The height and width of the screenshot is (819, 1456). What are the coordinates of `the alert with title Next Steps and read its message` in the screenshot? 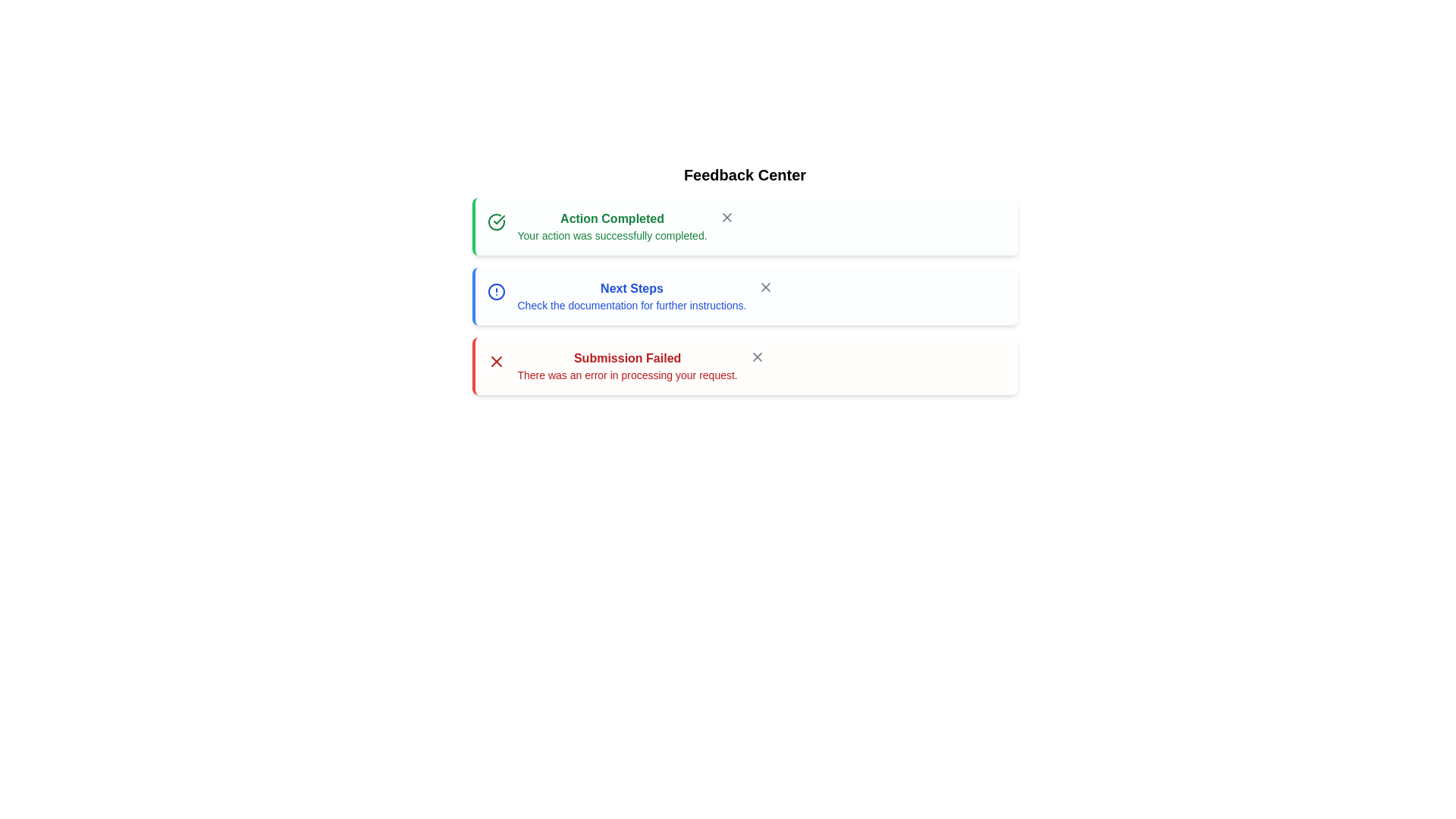 It's located at (745, 296).